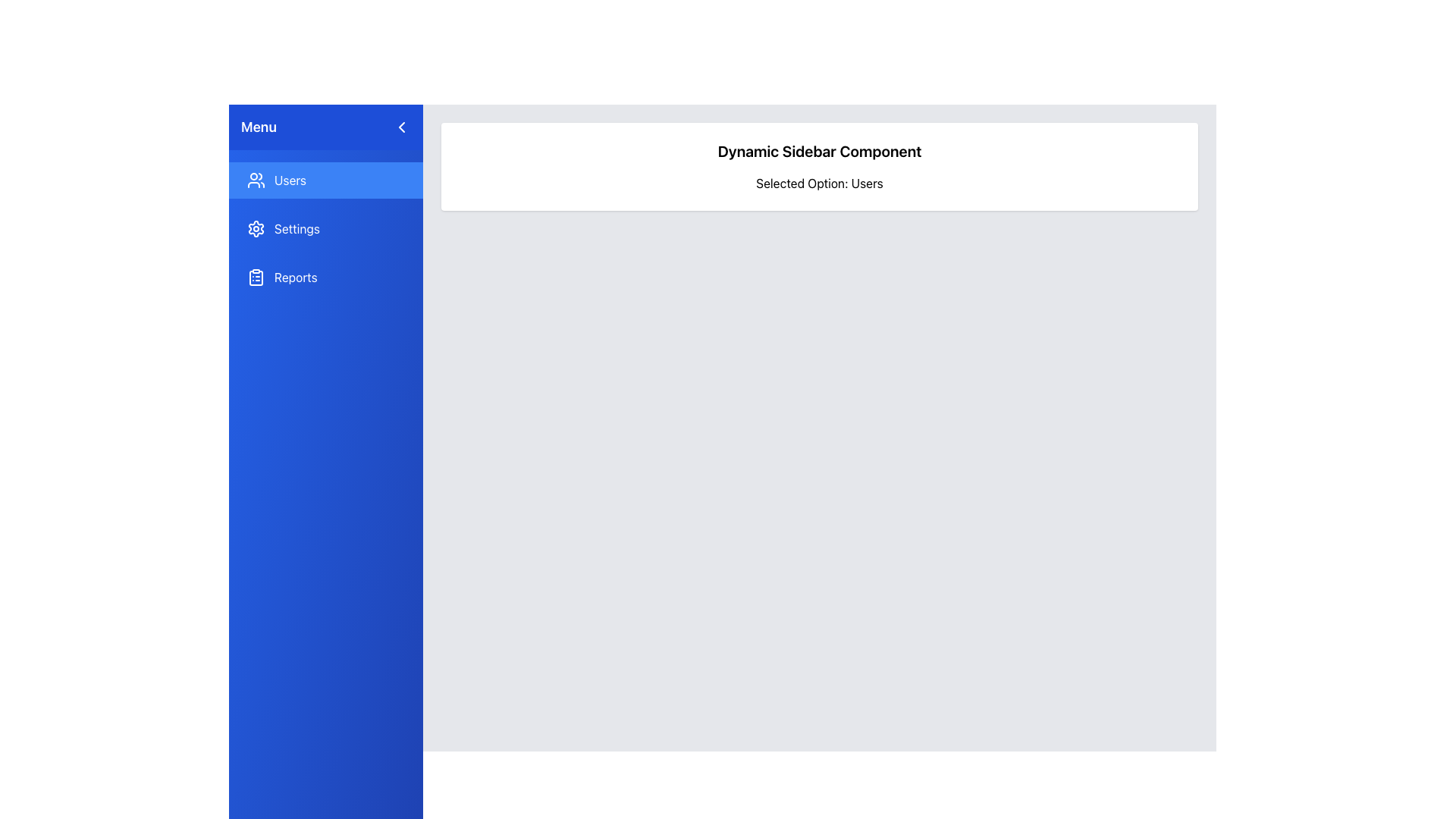 The height and width of the screenshot is (819, 1456). Describe the element at coordinates (256, 228) in the screenshot. I see `the gear-like icon with a blue background and white details, located in the sidebar menu as part of the 'Settings' option` at that location.